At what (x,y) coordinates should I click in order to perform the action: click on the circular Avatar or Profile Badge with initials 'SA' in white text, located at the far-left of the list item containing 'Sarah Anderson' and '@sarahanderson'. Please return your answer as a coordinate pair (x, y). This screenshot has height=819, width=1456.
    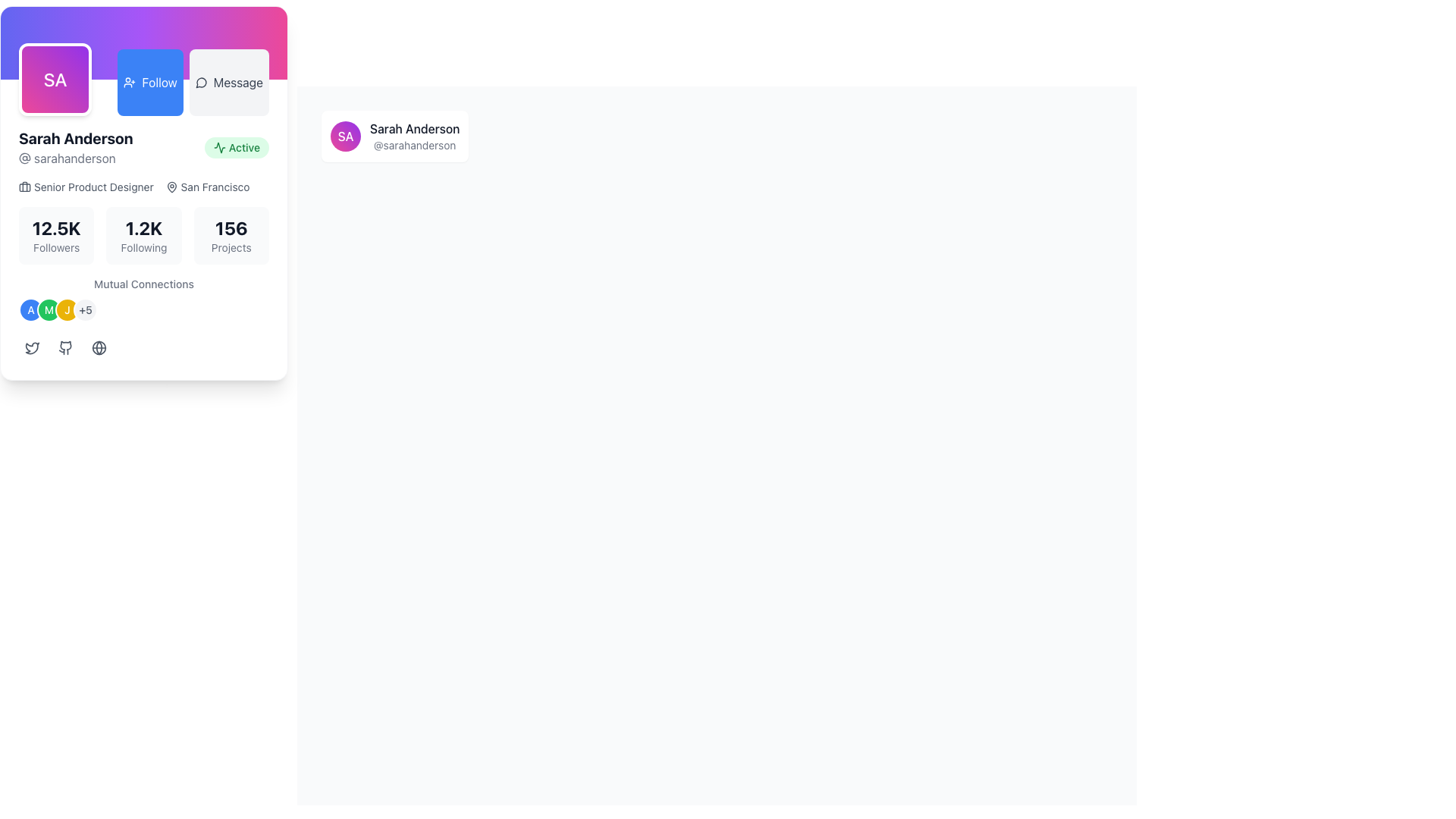
    Looking at the image, I should click on (345, 136).